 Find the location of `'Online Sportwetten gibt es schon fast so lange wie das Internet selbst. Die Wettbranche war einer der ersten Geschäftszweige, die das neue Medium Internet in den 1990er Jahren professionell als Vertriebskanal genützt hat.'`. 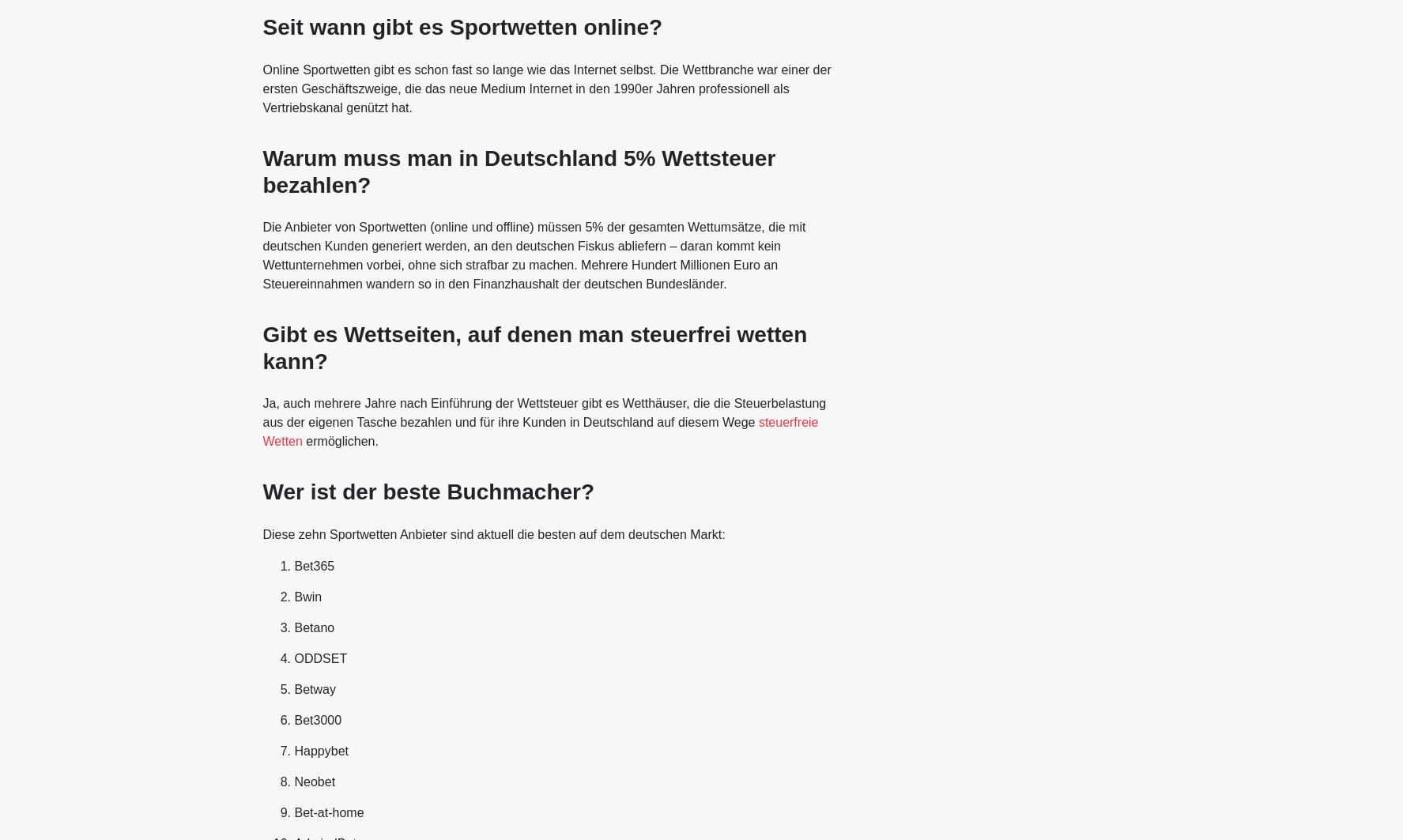

'Online Sportwetten gibt es schon fast so lange wie das Internet selbst. Die Wettbranche war einer der ersten Geschäftszweige, die das neue Medium Internet in den 1990er Jahren professionell als Vertriebskanal genützt hat.' is located at coordinates (545, 88).